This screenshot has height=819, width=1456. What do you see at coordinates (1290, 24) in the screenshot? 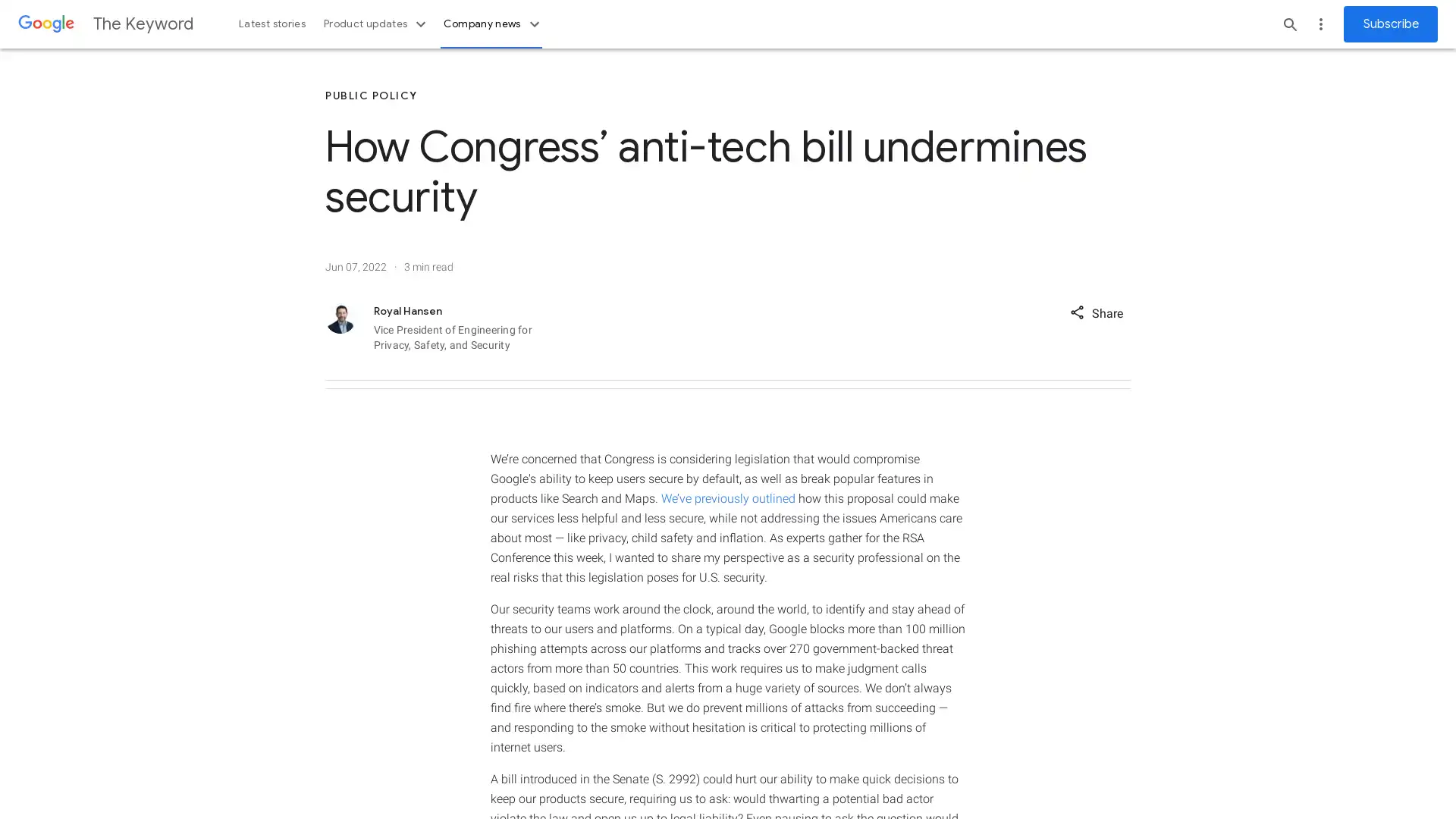
I see `Search` at bounding box center [1290, 24].